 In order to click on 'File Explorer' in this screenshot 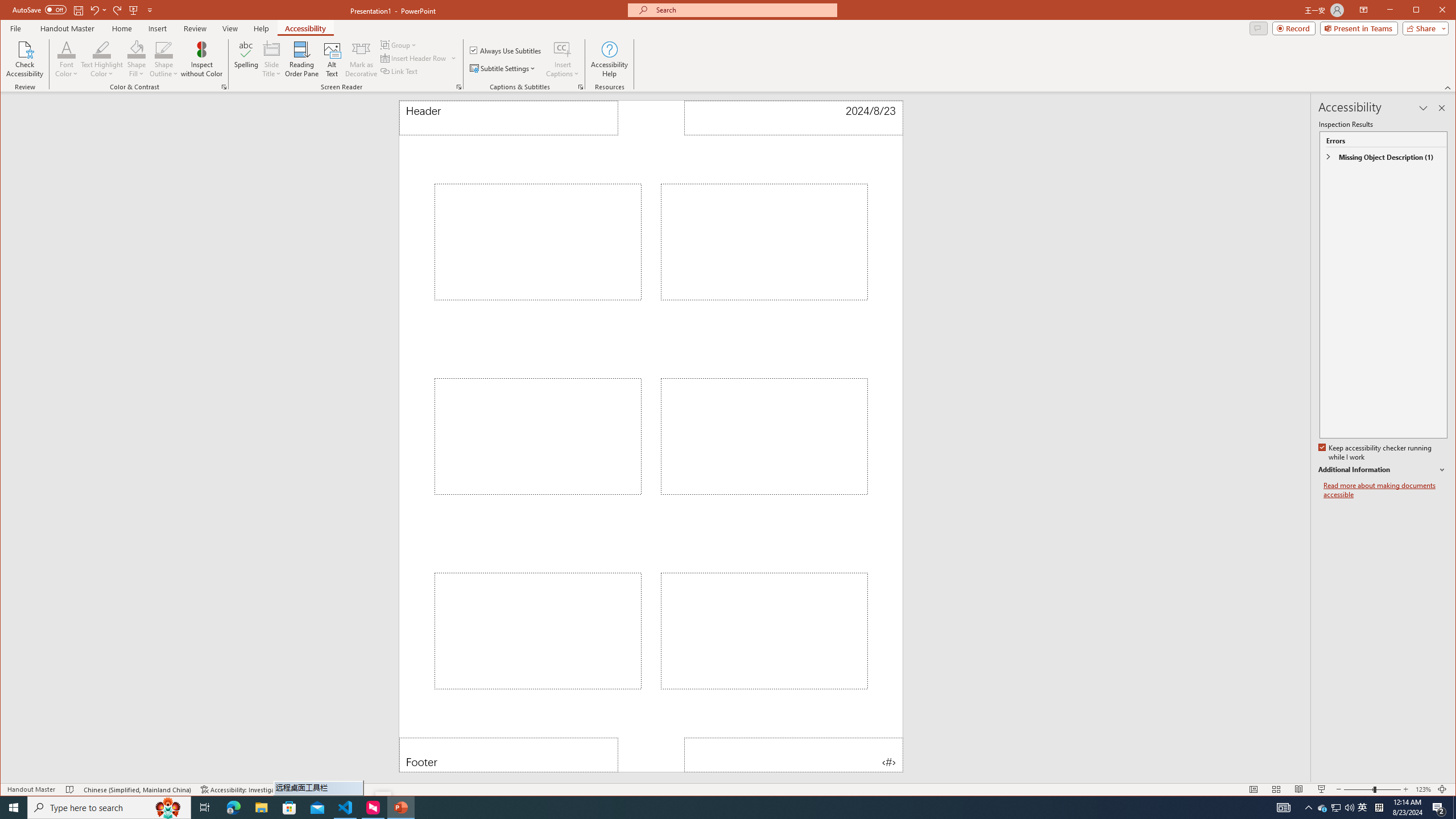, I will do `click(260, 806)`.